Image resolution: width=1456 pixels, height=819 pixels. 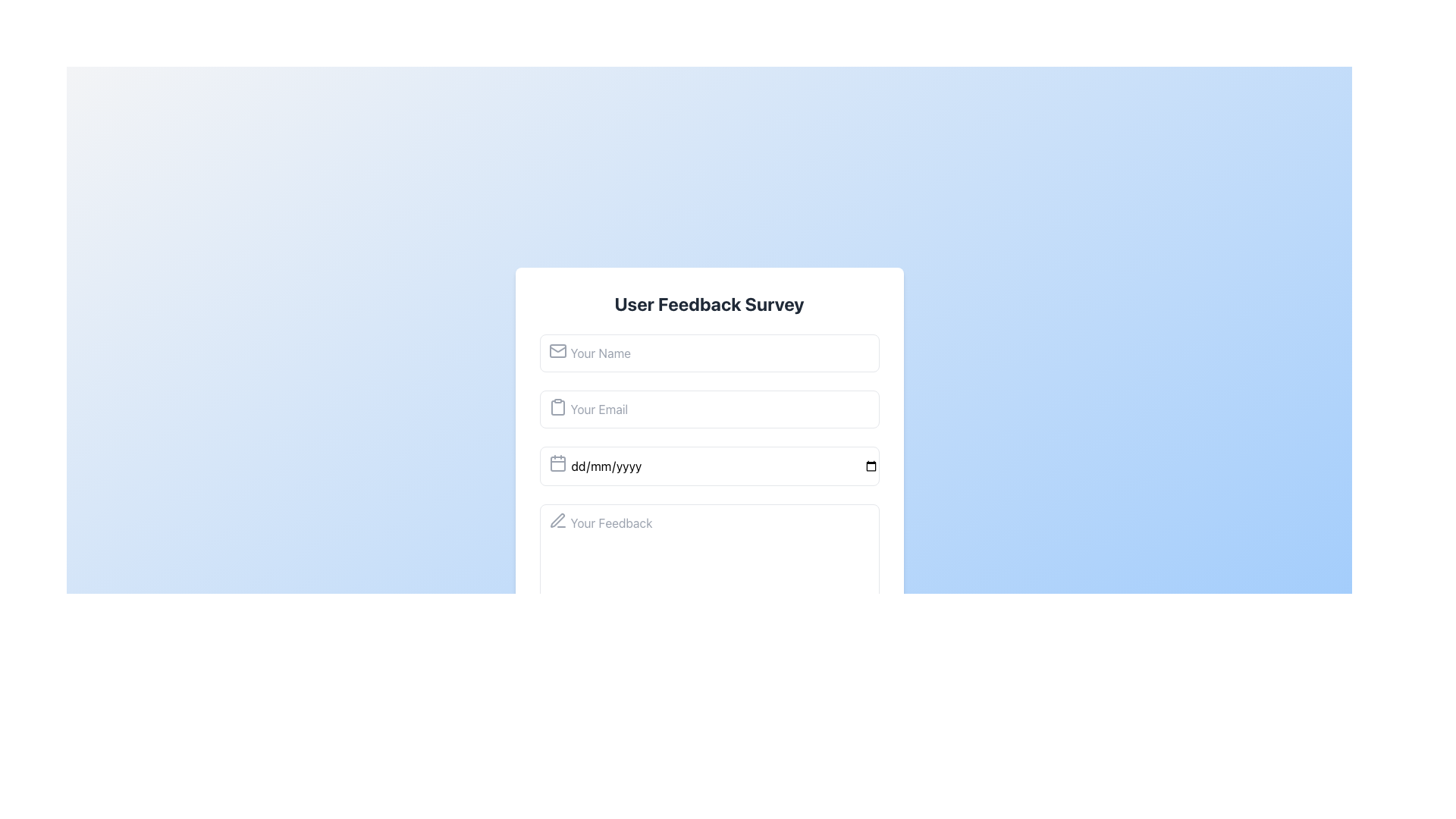 What do you see at coordinates (708, 353) in the screenshot?
I see `the input field labeled 'Your Name' to focus on it` at bounding box center [708, 353].